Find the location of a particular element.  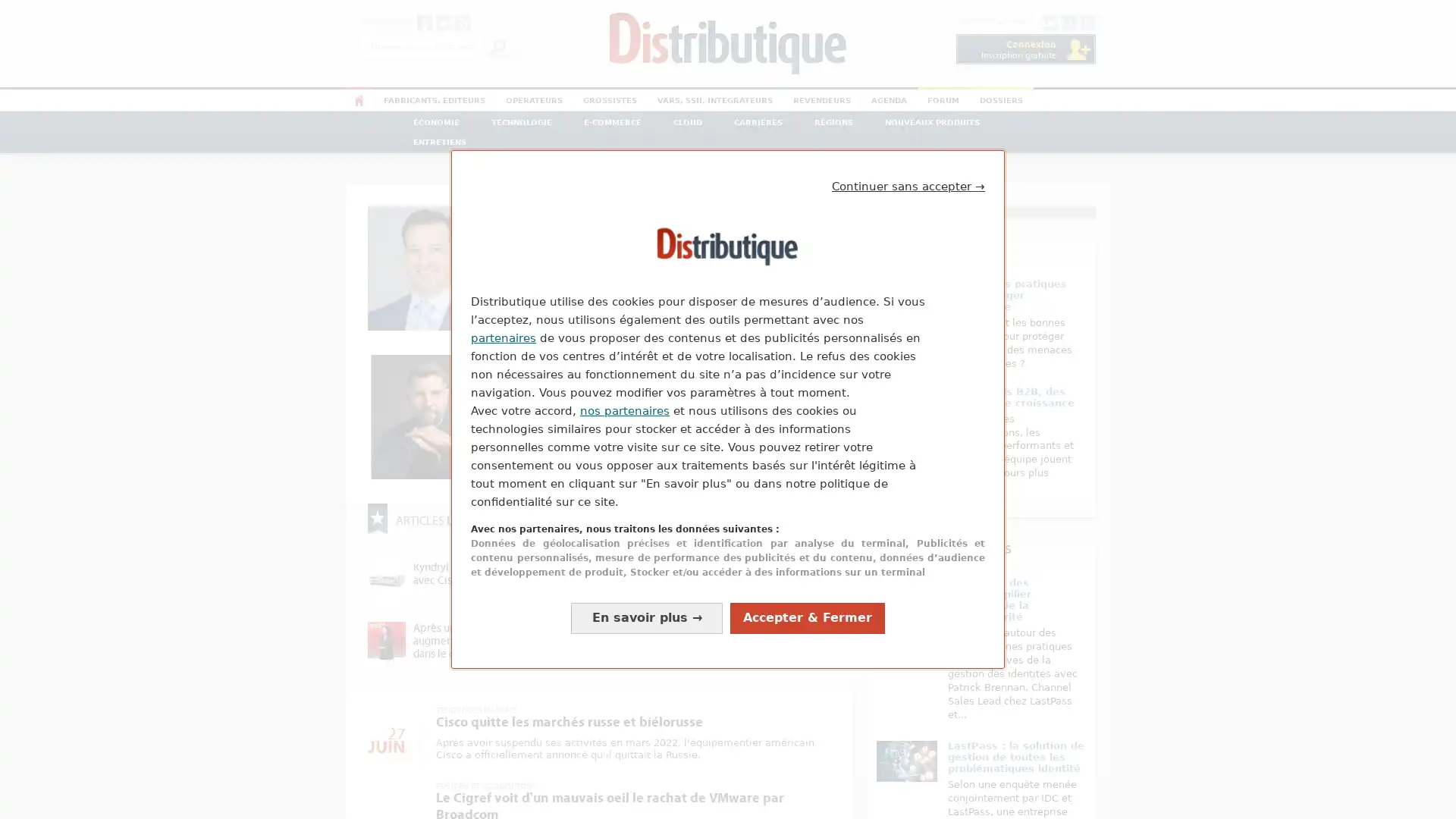

Accepter notre traitement des donnees et fermer is located at coordinates (807, 617).